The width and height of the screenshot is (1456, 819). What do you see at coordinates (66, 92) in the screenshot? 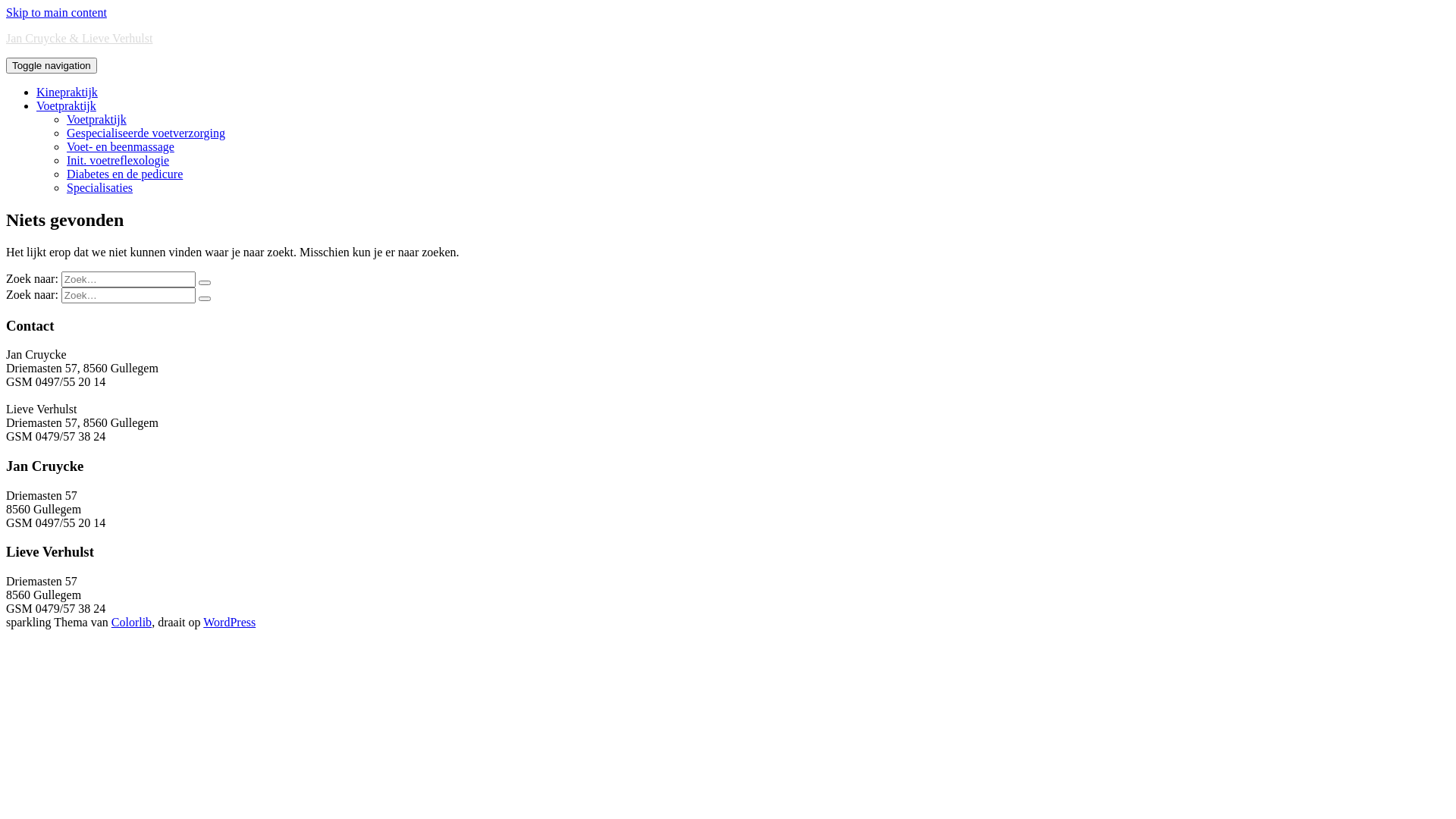
I see `'Kinepraktijk'` at bounding box center [66, 92].